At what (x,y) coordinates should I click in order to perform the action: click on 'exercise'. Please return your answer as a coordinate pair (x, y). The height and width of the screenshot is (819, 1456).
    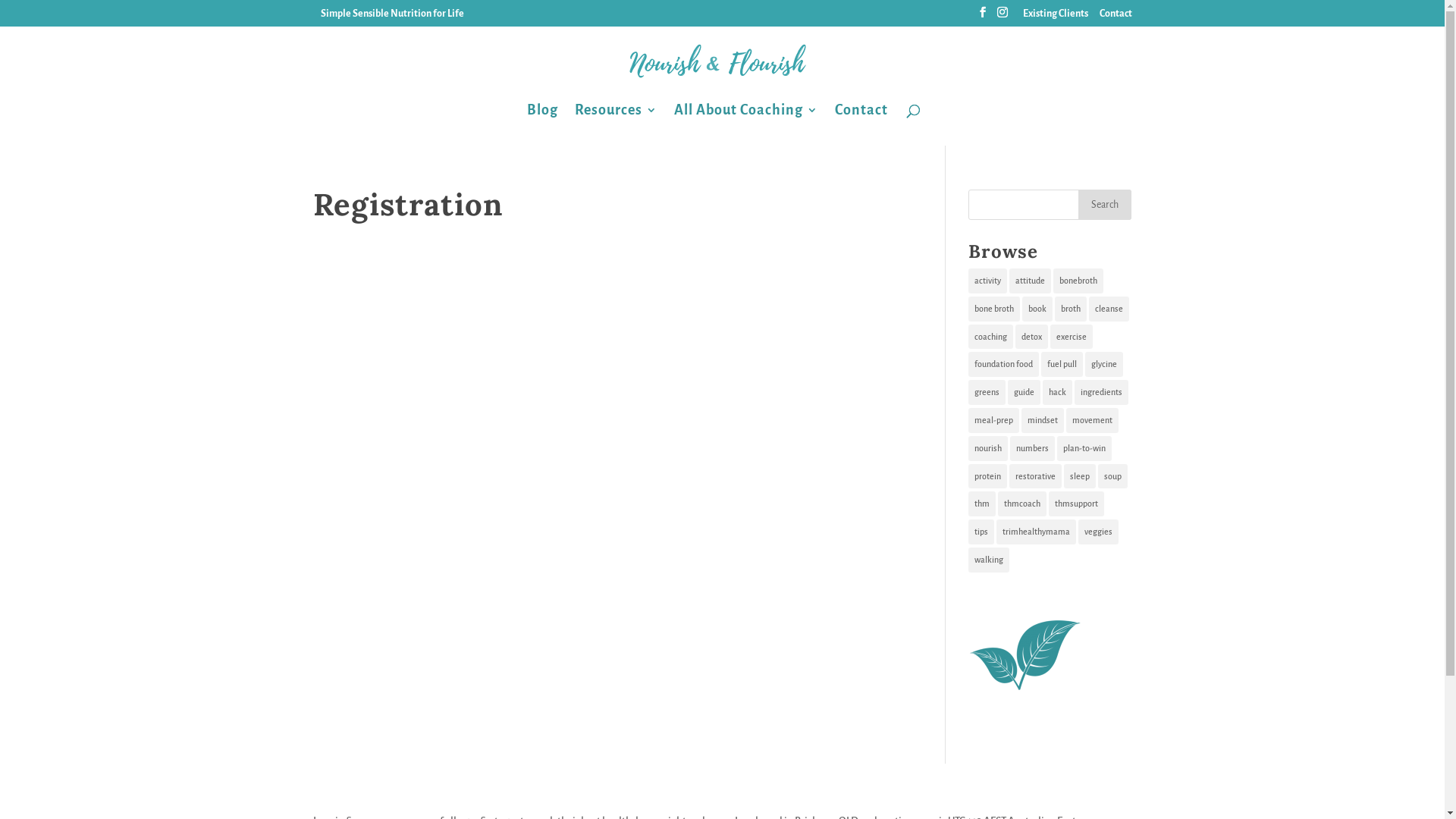
    Looking at the image, I should click on (1070, 336).